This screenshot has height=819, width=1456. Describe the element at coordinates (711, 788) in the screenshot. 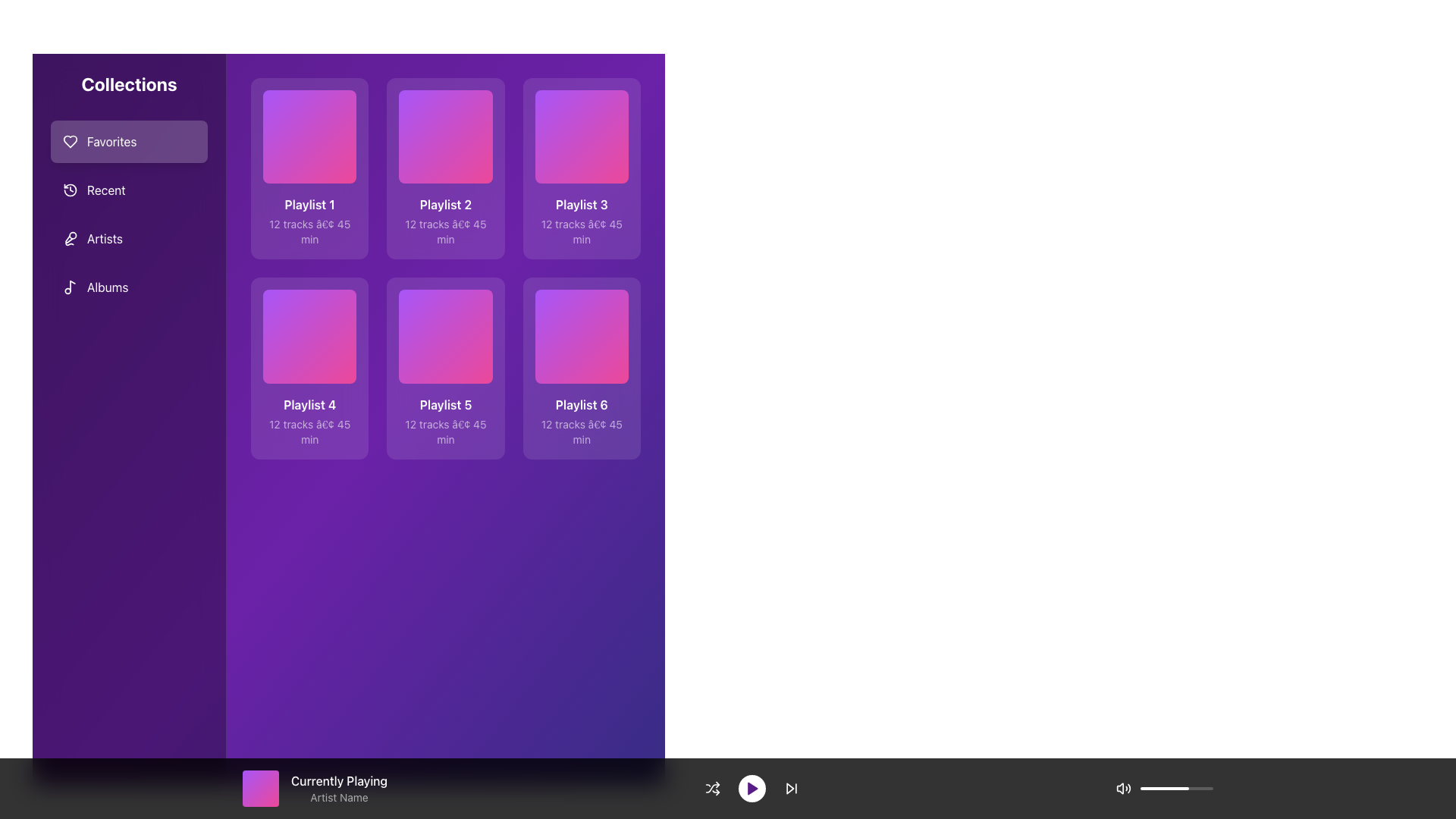

I see `the shuffle button located in the bottom control bar, which is the first icon to the left of the circular play button` at that location.